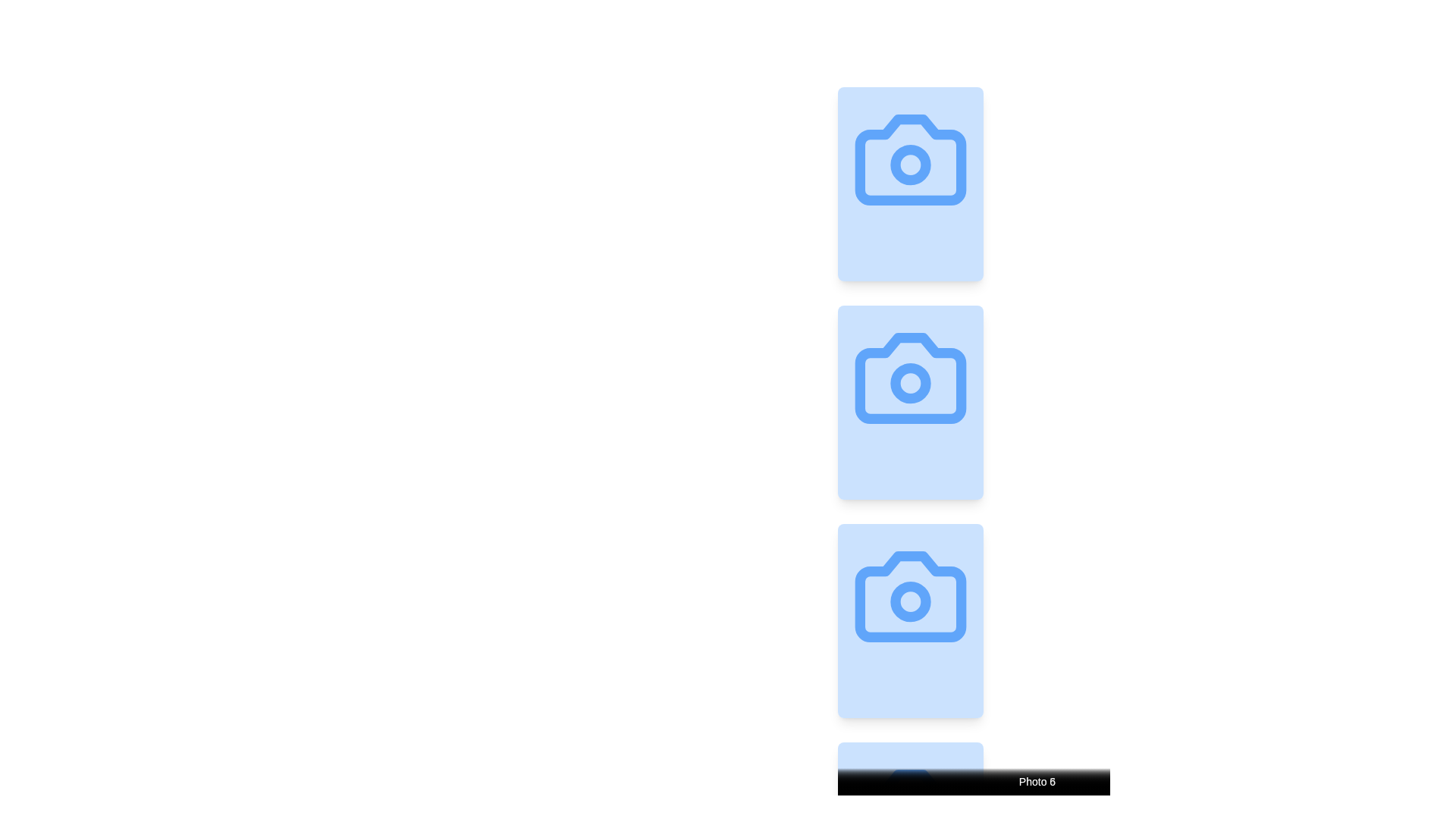  Describe the element at coordinates (1037, 781) in the screenshot. I see `the Text Label that provides a descriptive title ('Photo 6') for the associated image, located within a horizontal black gradient bar at the bottom of the last image` at that location.